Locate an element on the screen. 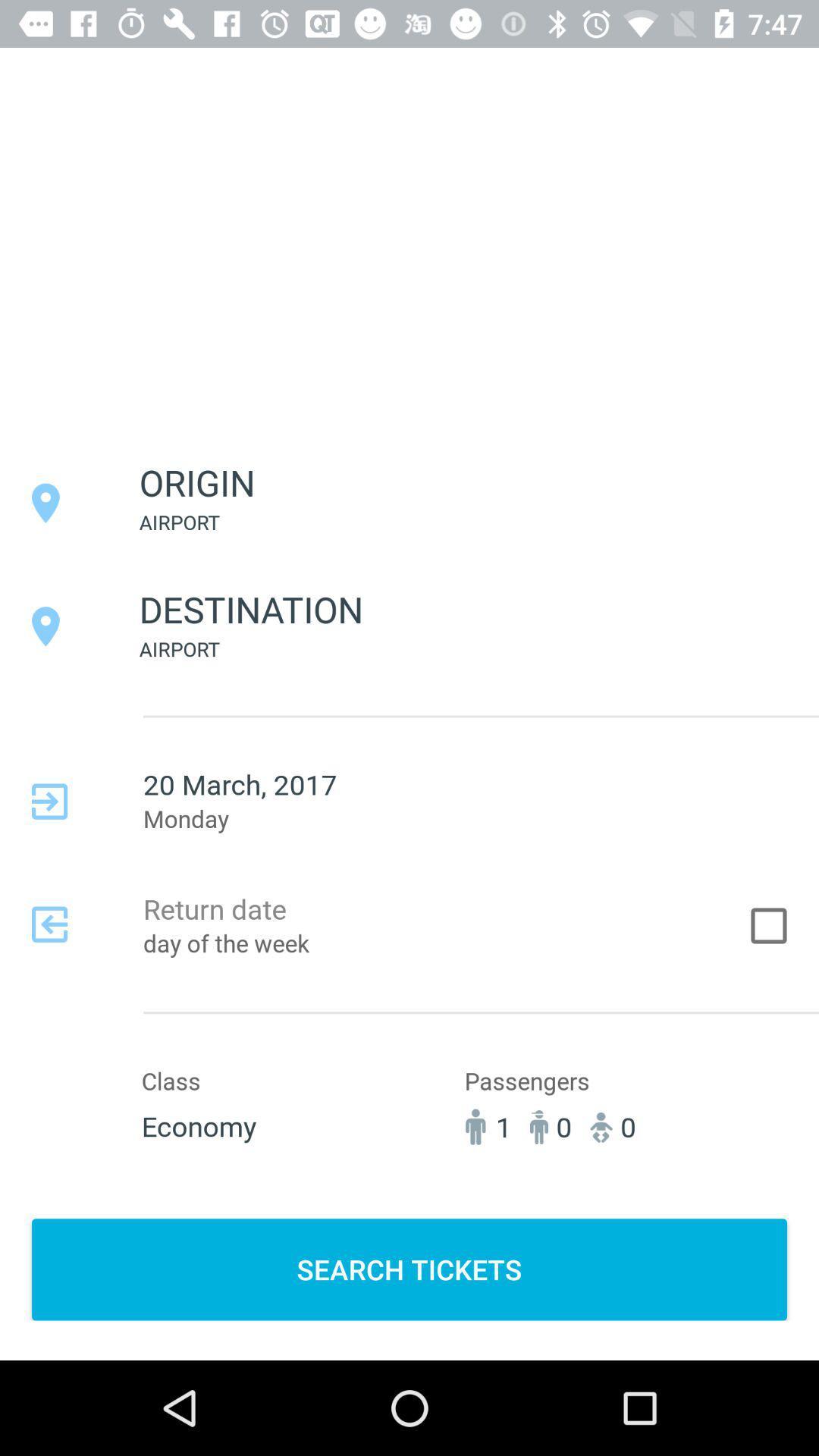 The height and width of the screenshot is (1456, 819). passengers is located at coordinates (576, 1113).